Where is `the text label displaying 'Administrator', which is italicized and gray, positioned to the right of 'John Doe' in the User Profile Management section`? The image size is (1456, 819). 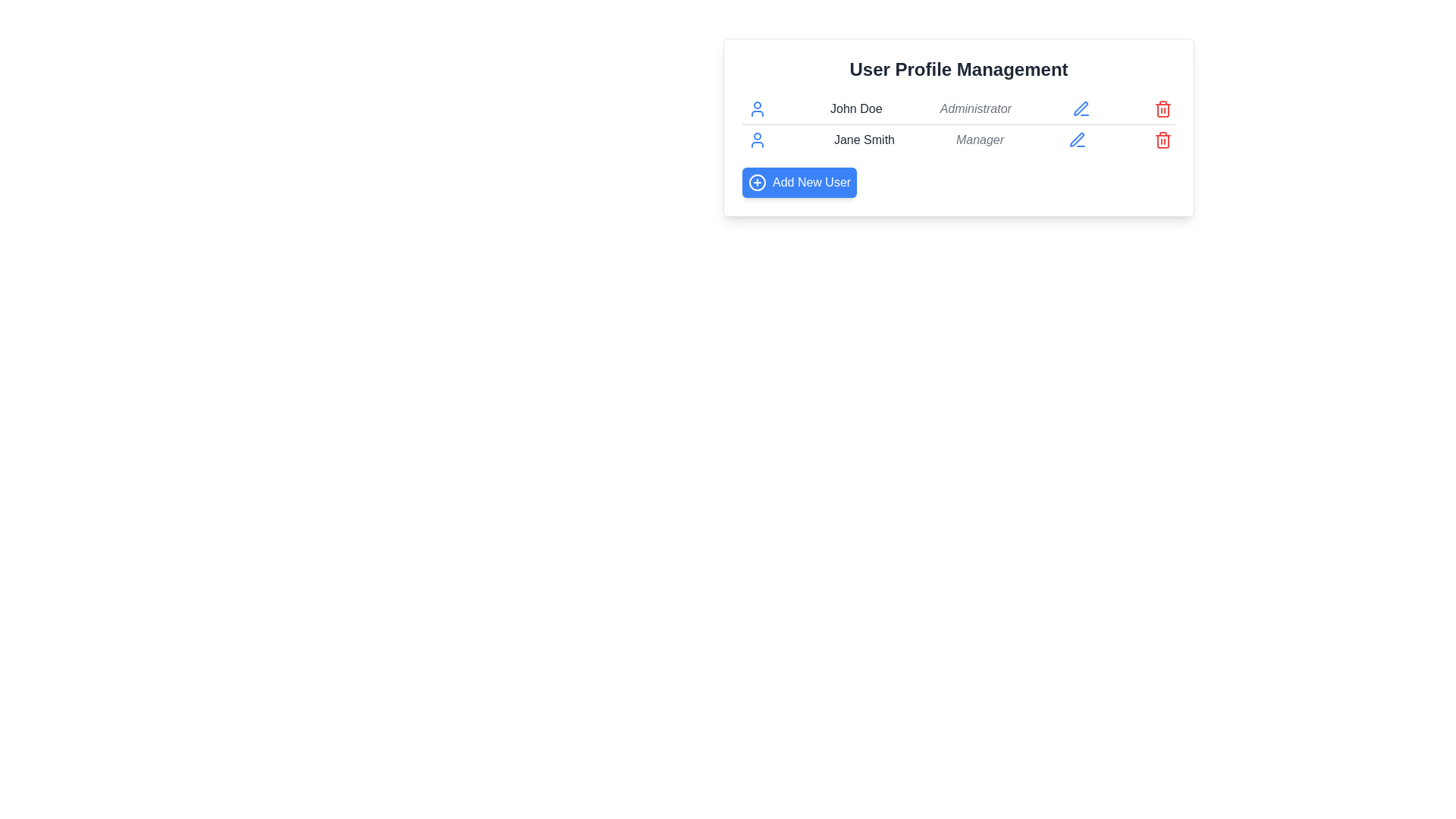 the text label displaying 'Administrator', which is italicized and gray, positioned to the right of 'John Doe' in the User Profile Management section is located at coordinates (975, 108).